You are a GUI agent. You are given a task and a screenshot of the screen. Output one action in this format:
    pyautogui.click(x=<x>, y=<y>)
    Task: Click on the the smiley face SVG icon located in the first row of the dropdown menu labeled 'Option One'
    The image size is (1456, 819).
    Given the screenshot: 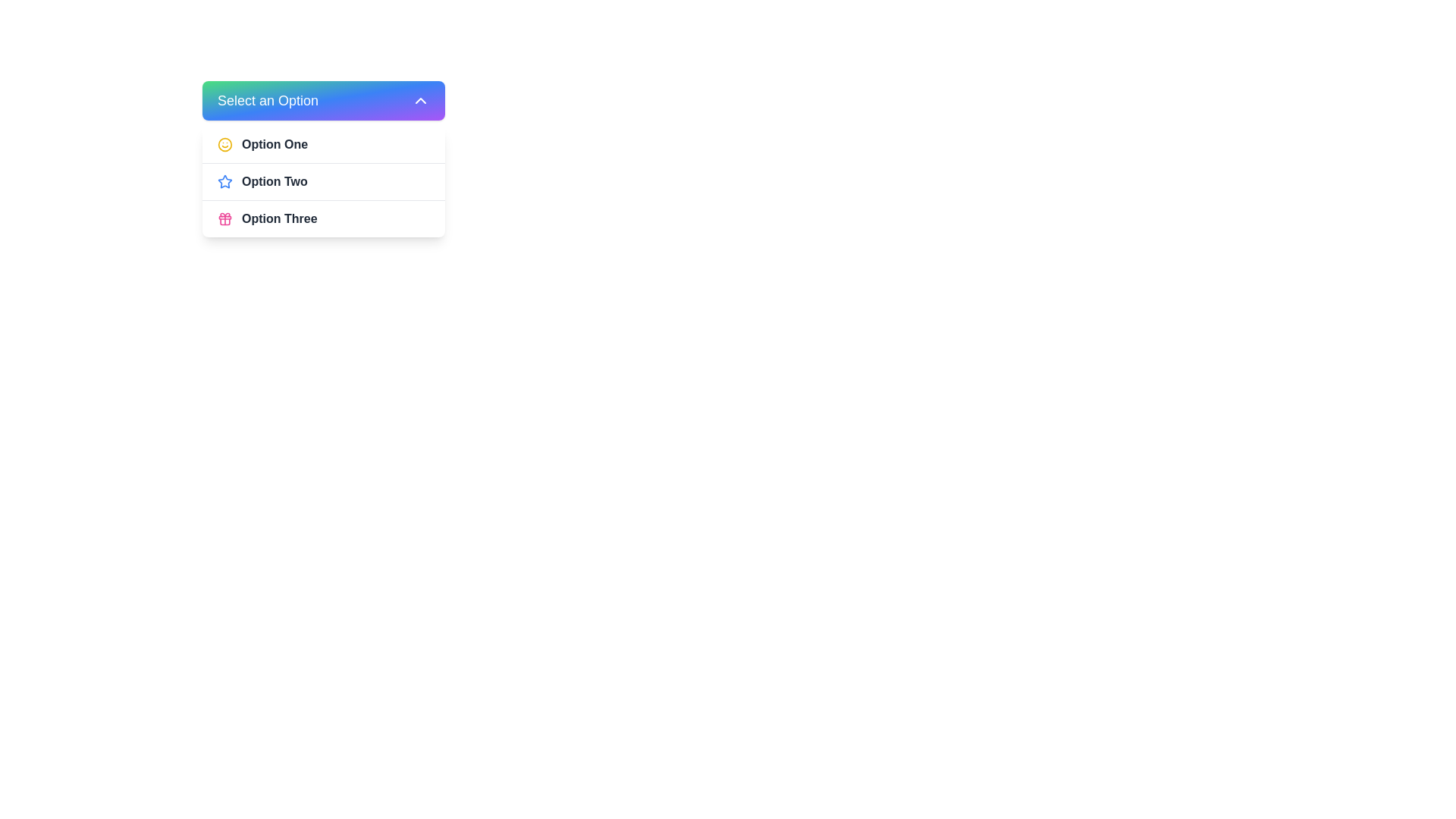 What is the action you would take?
    pyautogui.click(x=224, y=145)
    